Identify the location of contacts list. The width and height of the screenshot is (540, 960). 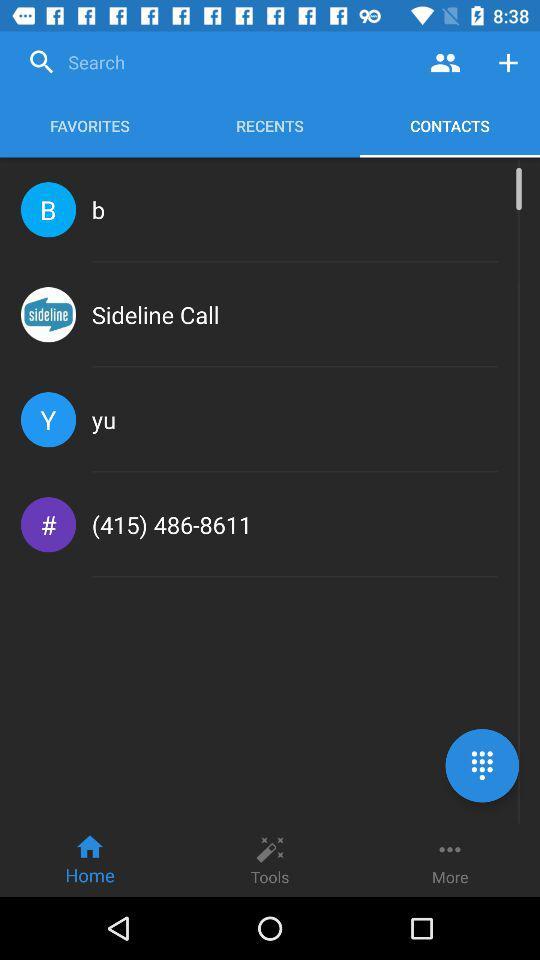
(445, 62).